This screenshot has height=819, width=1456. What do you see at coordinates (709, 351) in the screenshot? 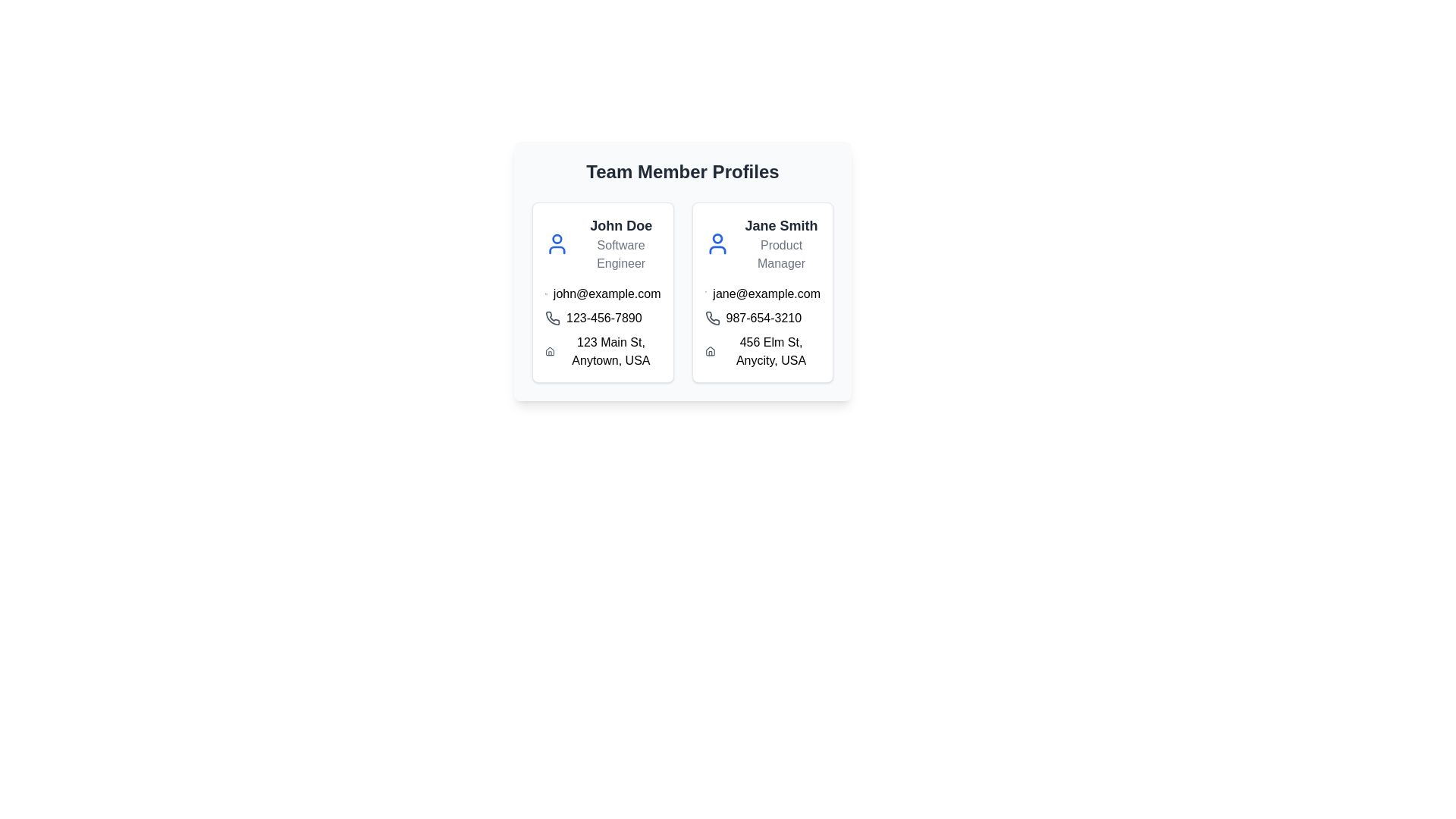
I see `the small house icon with a gray outline located next to the address '456 Elm St, Anycity, USA' in the right profile card` at bounding box center [709, 351].